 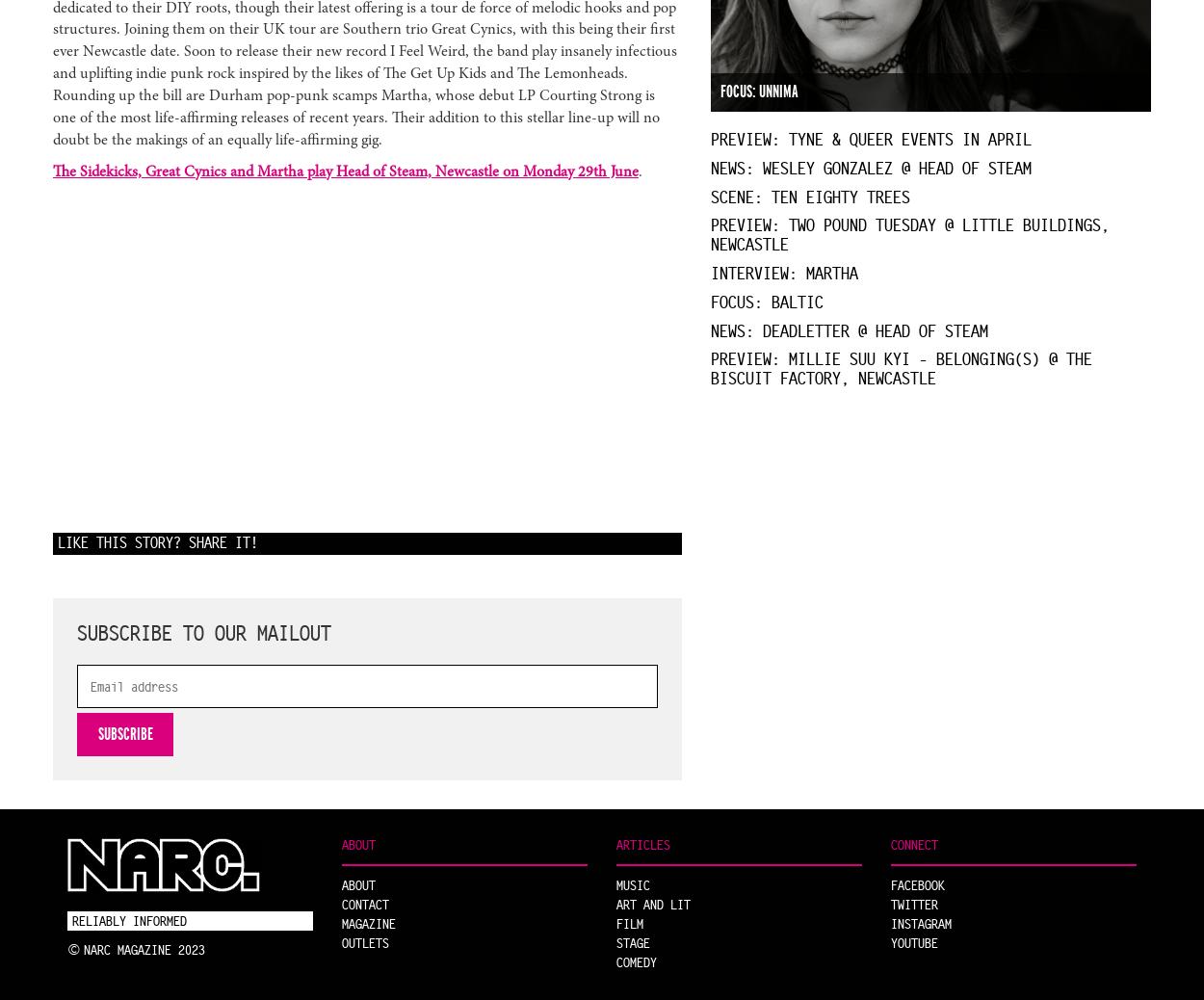 I want to click on 'Comedy', so click(x=616, y=961).